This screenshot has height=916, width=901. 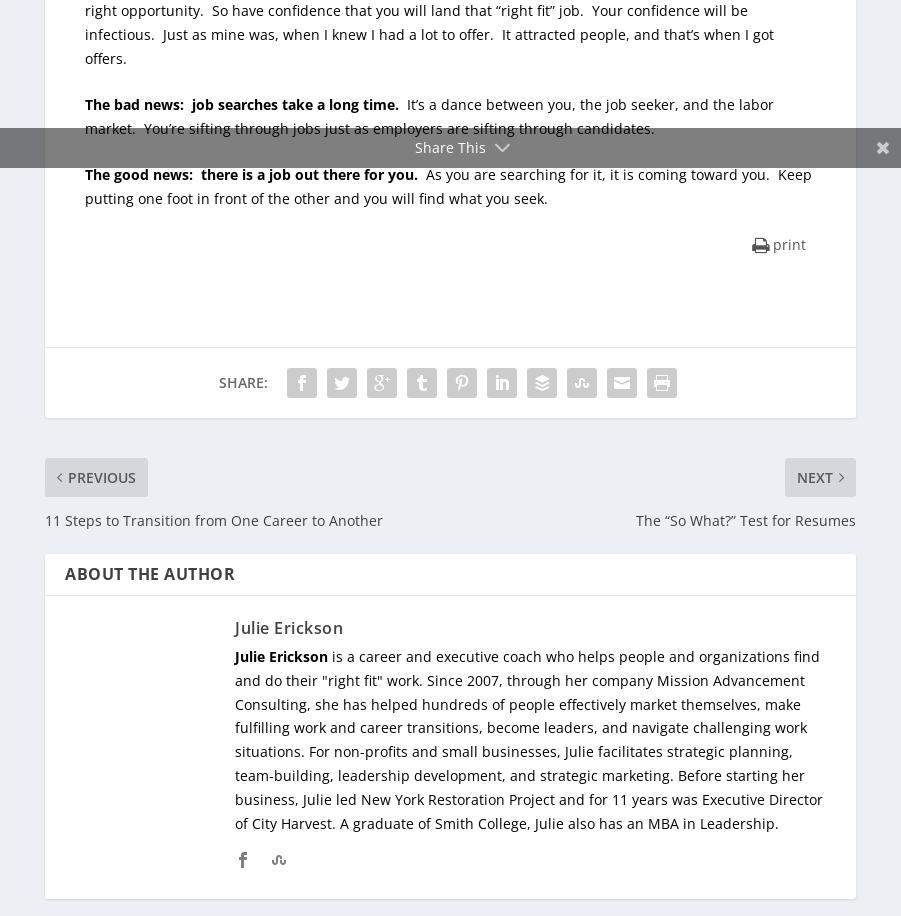 I want to click on 'Share:', so click(x=217, y=381).